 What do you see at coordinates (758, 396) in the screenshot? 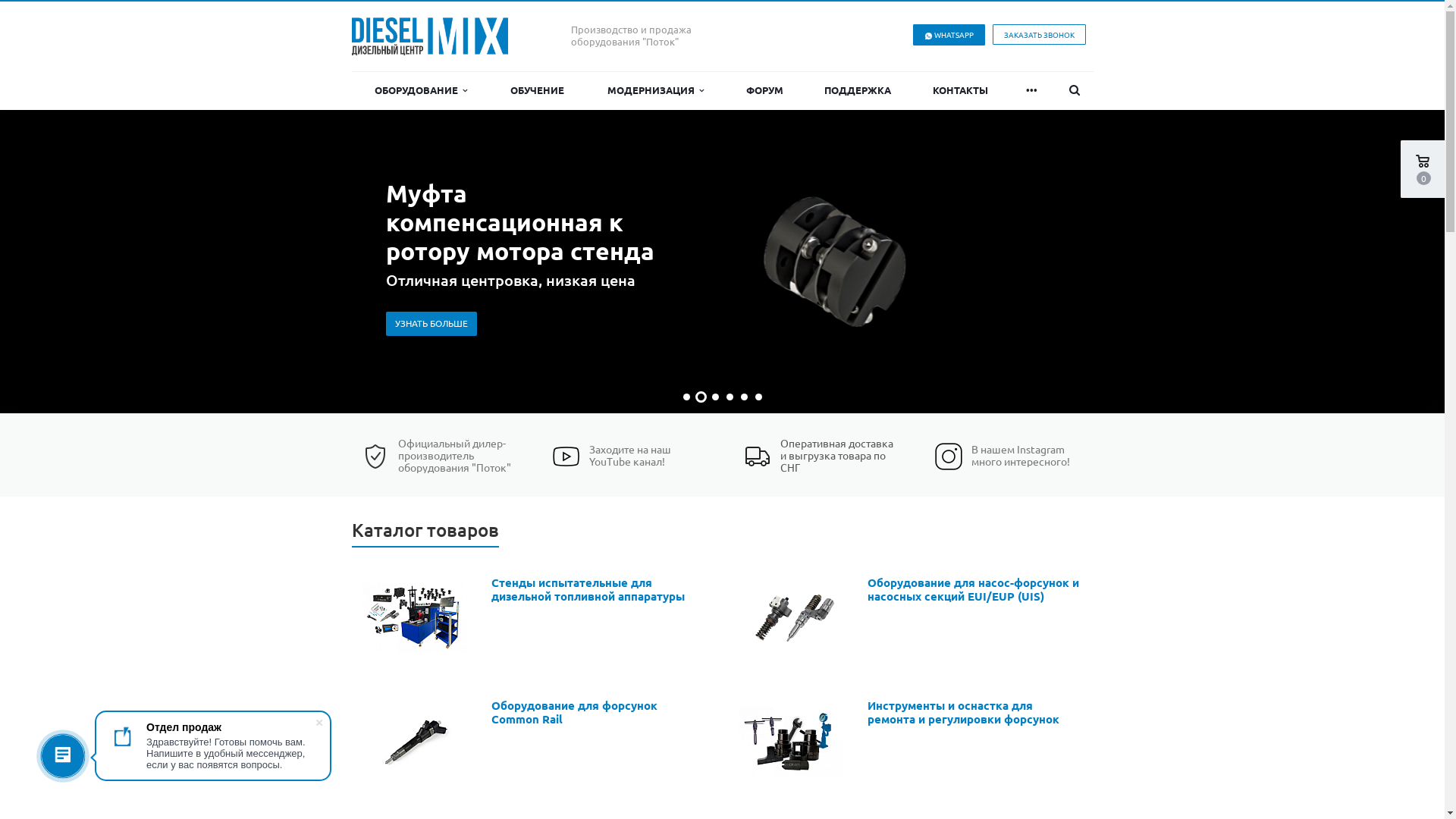
I see `'6'` at bounding box center [758, 396].